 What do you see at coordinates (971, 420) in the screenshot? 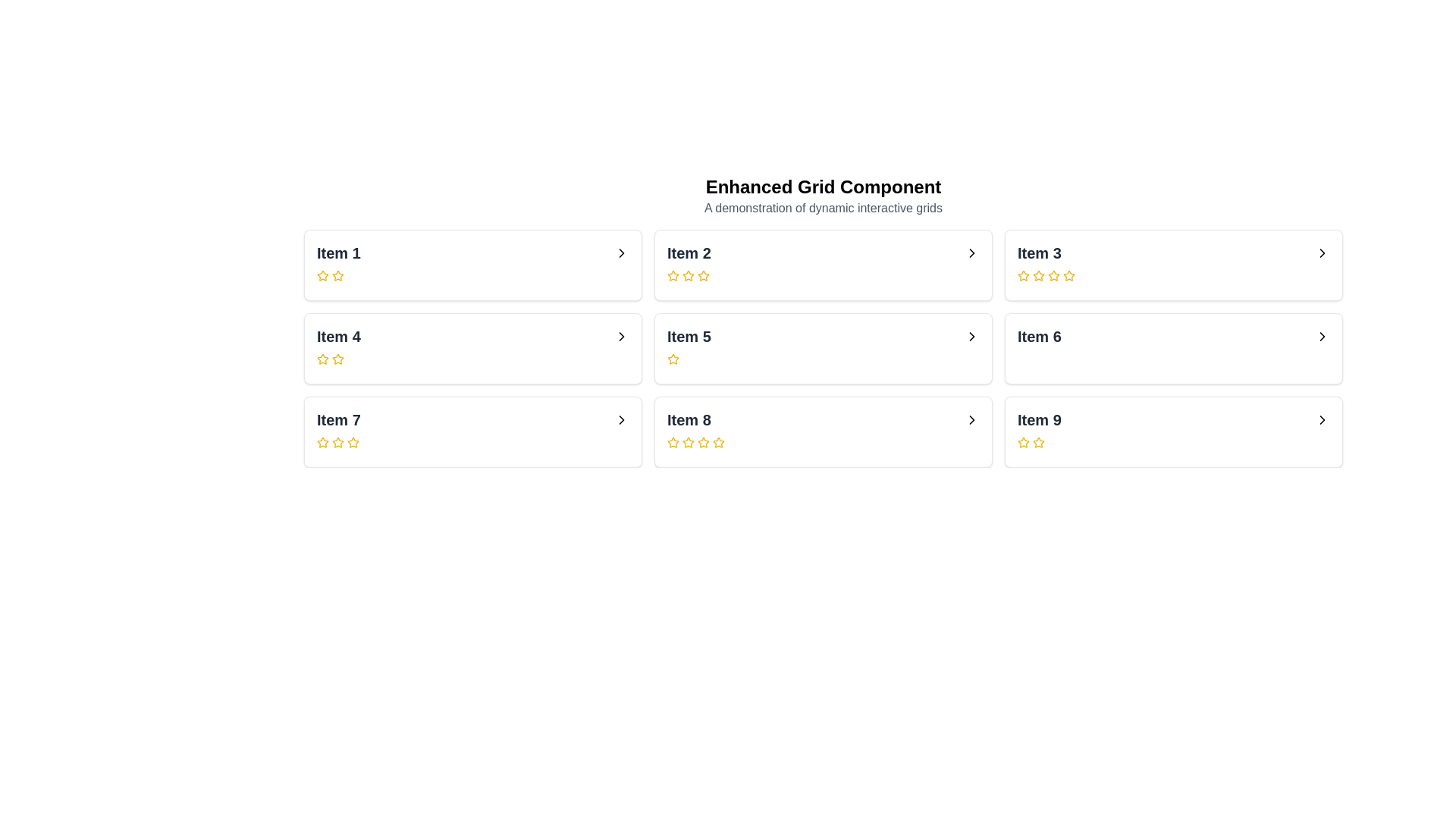
I see `the chevron icon on the far right side of the 'Item 8' listing` at bounding box center [971, 420].